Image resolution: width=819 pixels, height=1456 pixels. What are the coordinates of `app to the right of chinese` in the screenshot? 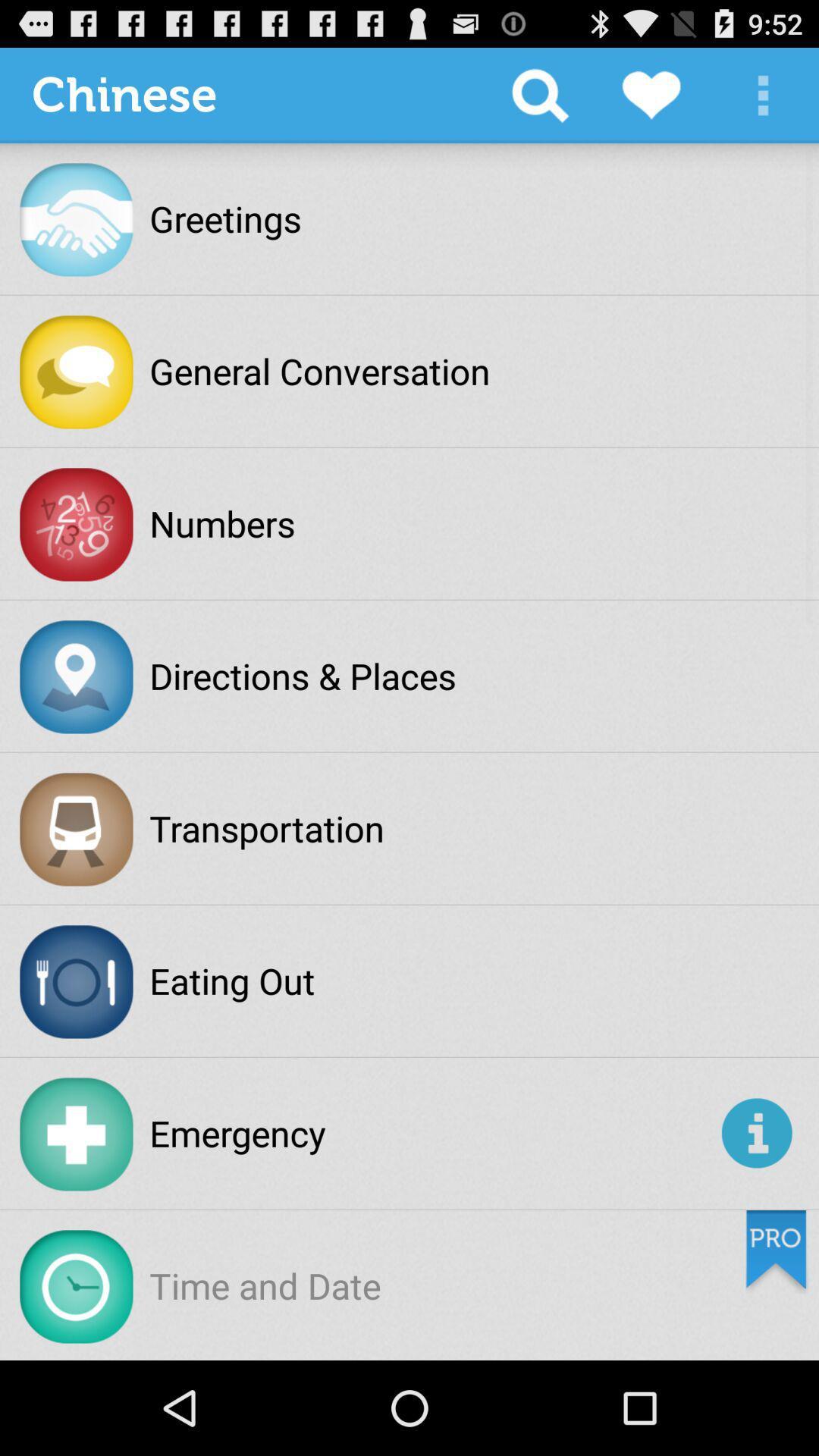 It's located at (539, 94).